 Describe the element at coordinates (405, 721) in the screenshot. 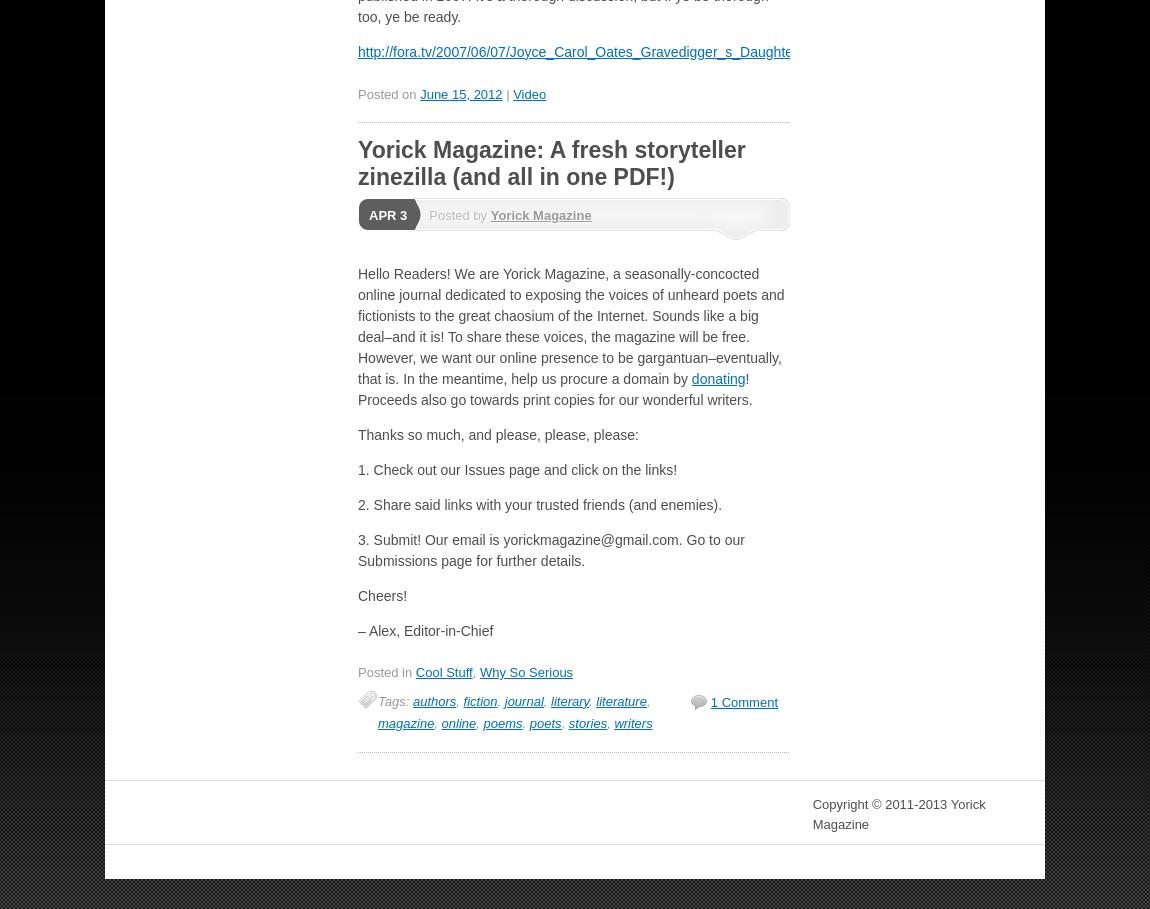

I see `'magazine'` at that location.